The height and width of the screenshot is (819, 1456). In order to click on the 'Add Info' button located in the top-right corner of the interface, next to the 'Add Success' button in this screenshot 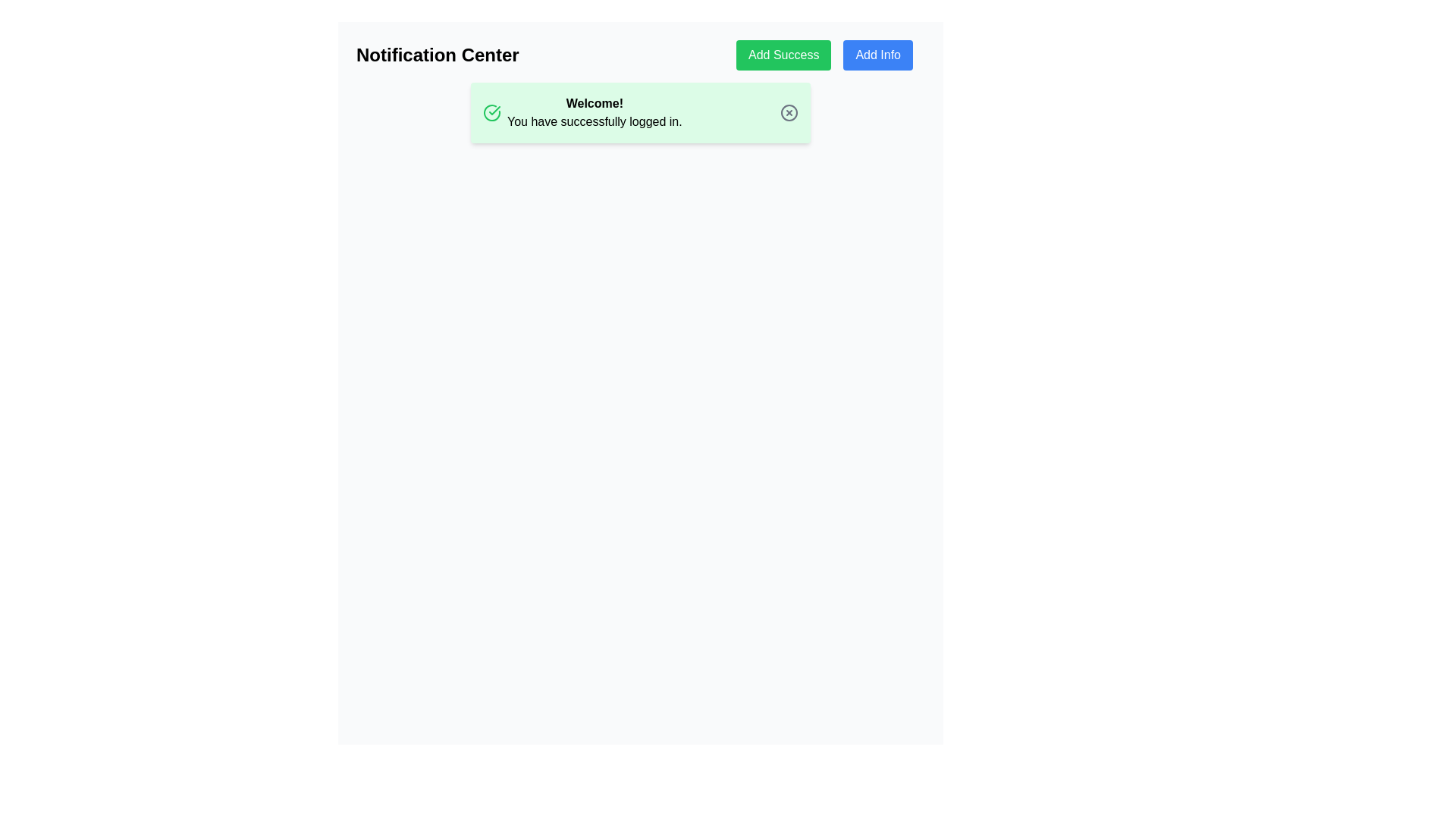, I will do `click(878, 55)`.